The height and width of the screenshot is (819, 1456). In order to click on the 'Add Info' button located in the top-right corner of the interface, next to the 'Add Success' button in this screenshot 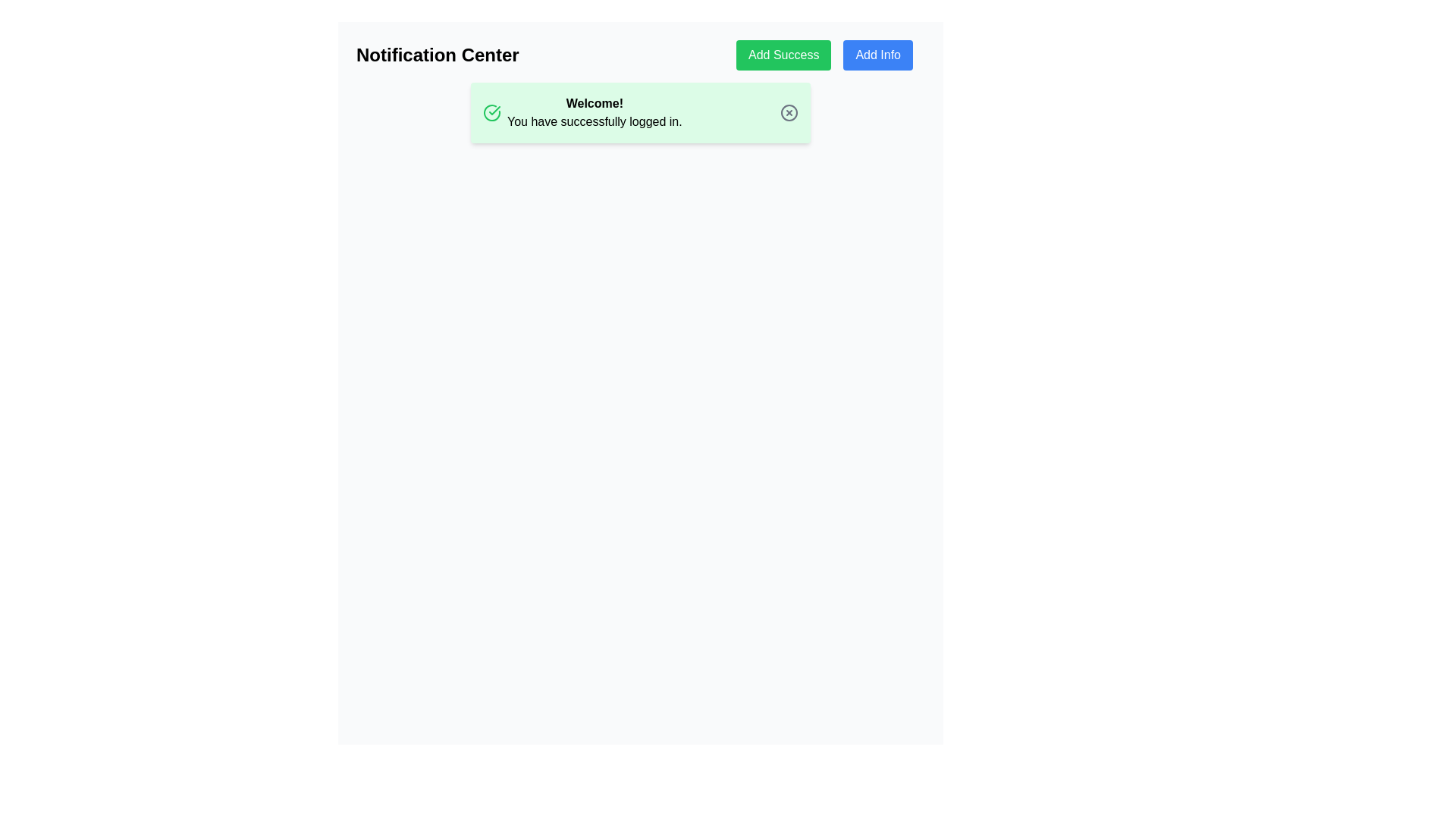, I will do `click(878, 55)`.